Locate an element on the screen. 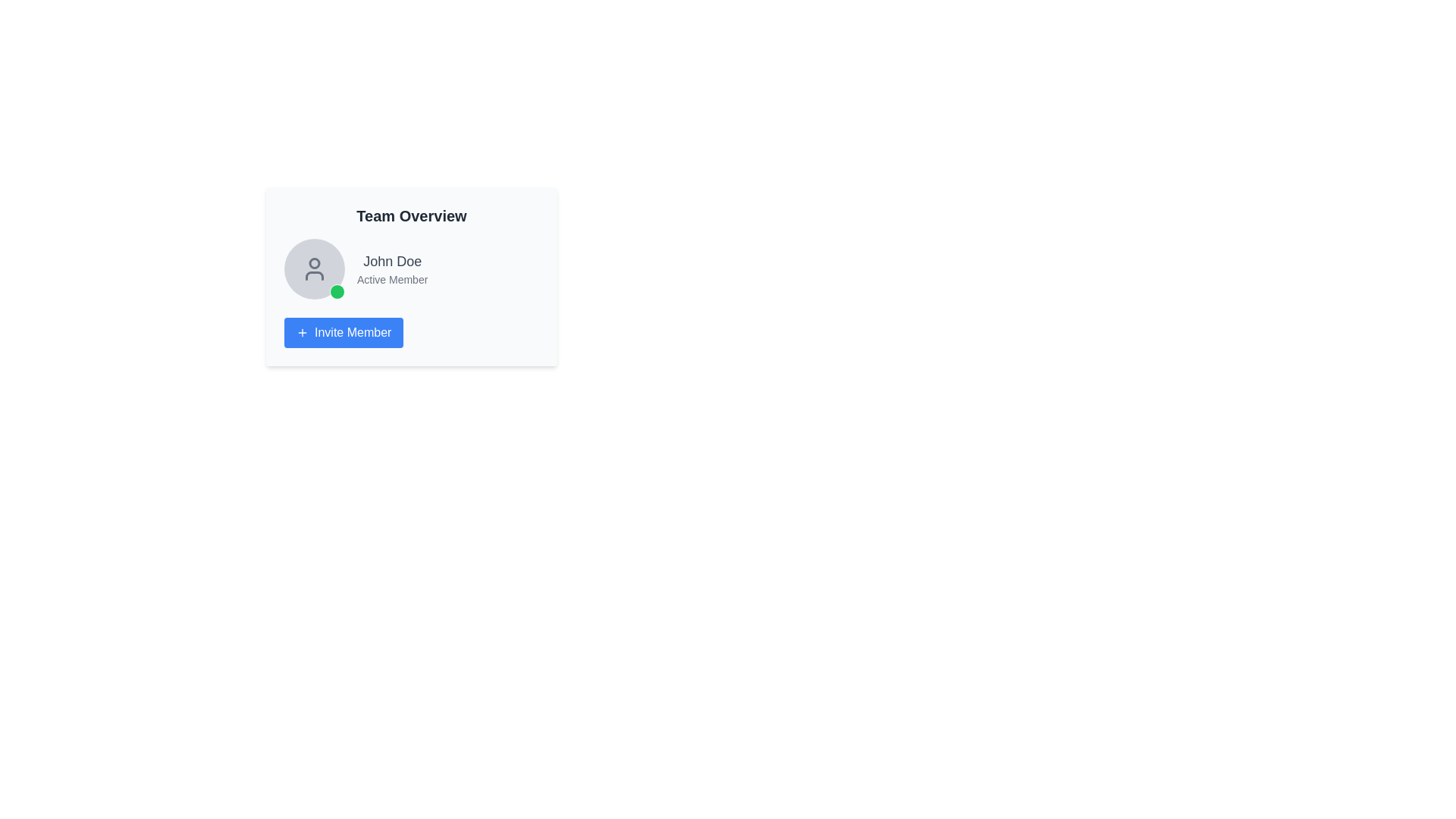 This screenshot has width=1456, height=819. the decorative icon for inviting members located to the left of the text within the 'Invite Member' button, which is centered in the content box is located at coordinates (302, 332).